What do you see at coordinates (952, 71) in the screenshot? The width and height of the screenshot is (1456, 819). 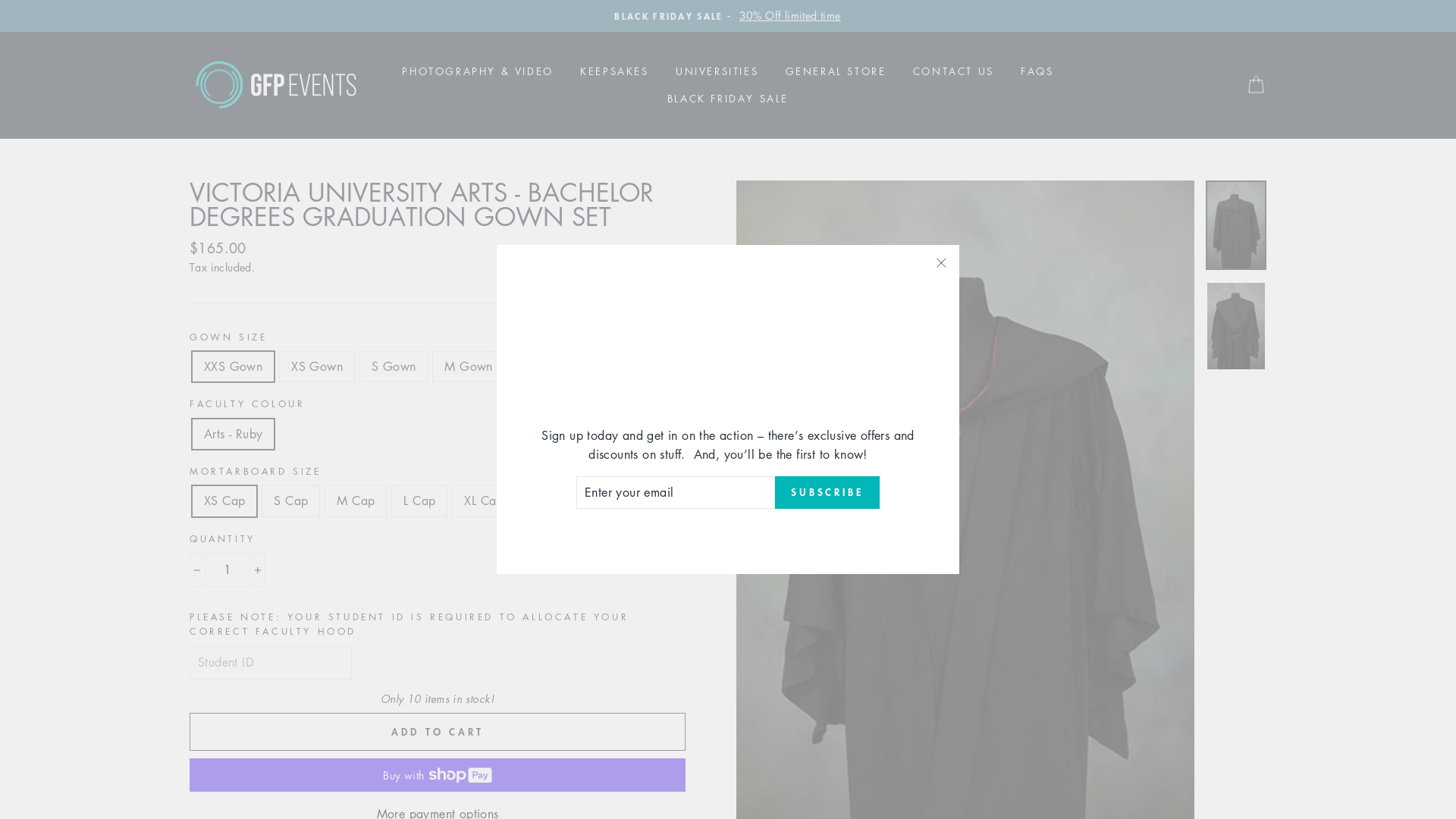 I see `'CONTACT US'` at bounding box center [952, 71].